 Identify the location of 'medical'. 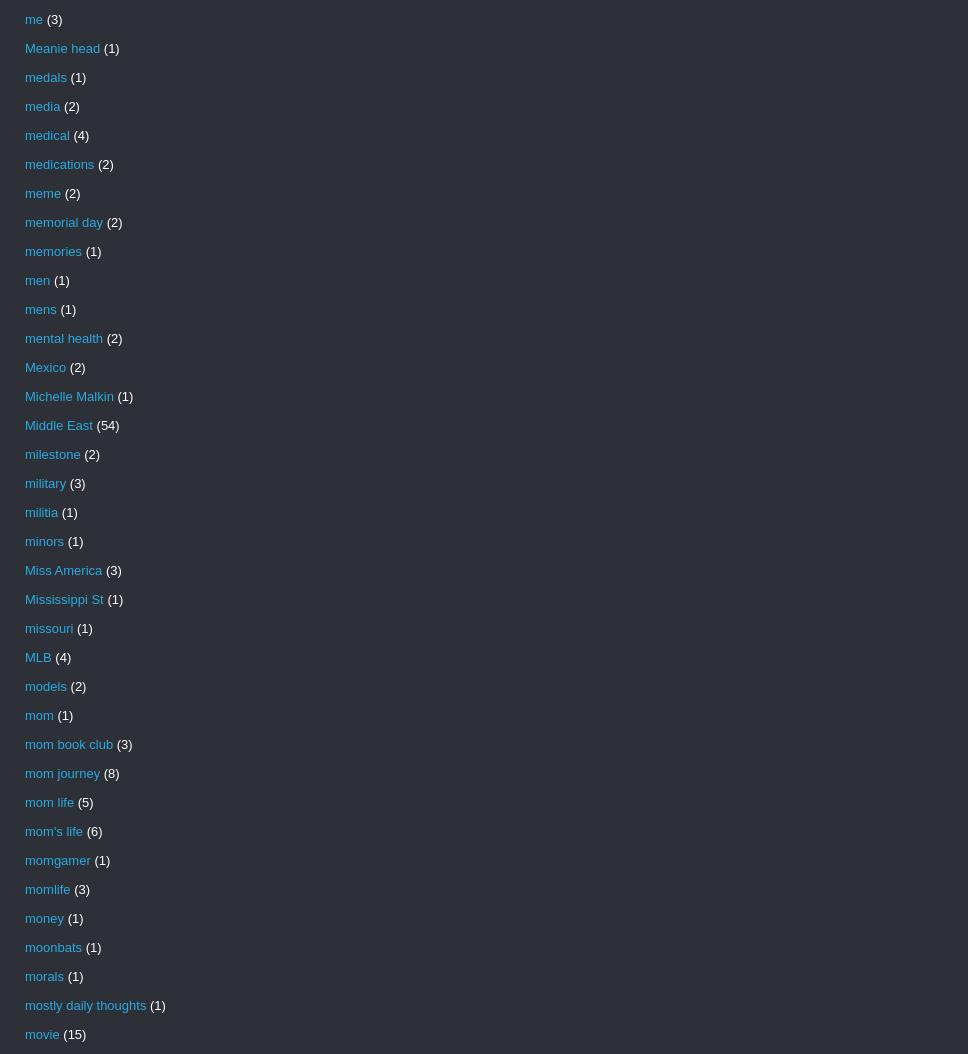
(46, 135).